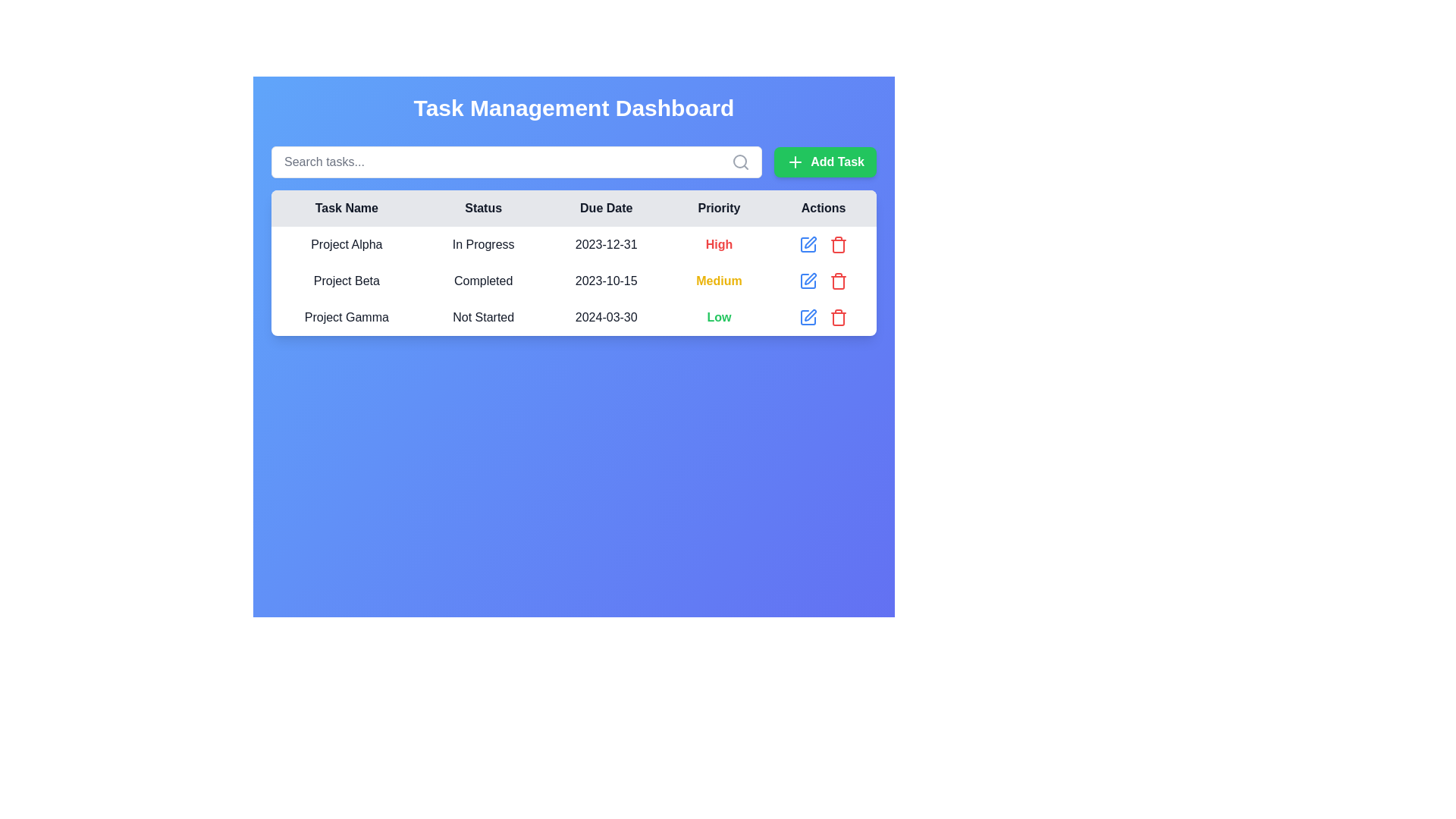 The width and height of the screenshot is (1456, 819). Describe the element at coordinates (516, 162) in the screenshot. I see `the selected text within the text input field that has rounded corners and a placeholder 'Search tasks...'` at that location.